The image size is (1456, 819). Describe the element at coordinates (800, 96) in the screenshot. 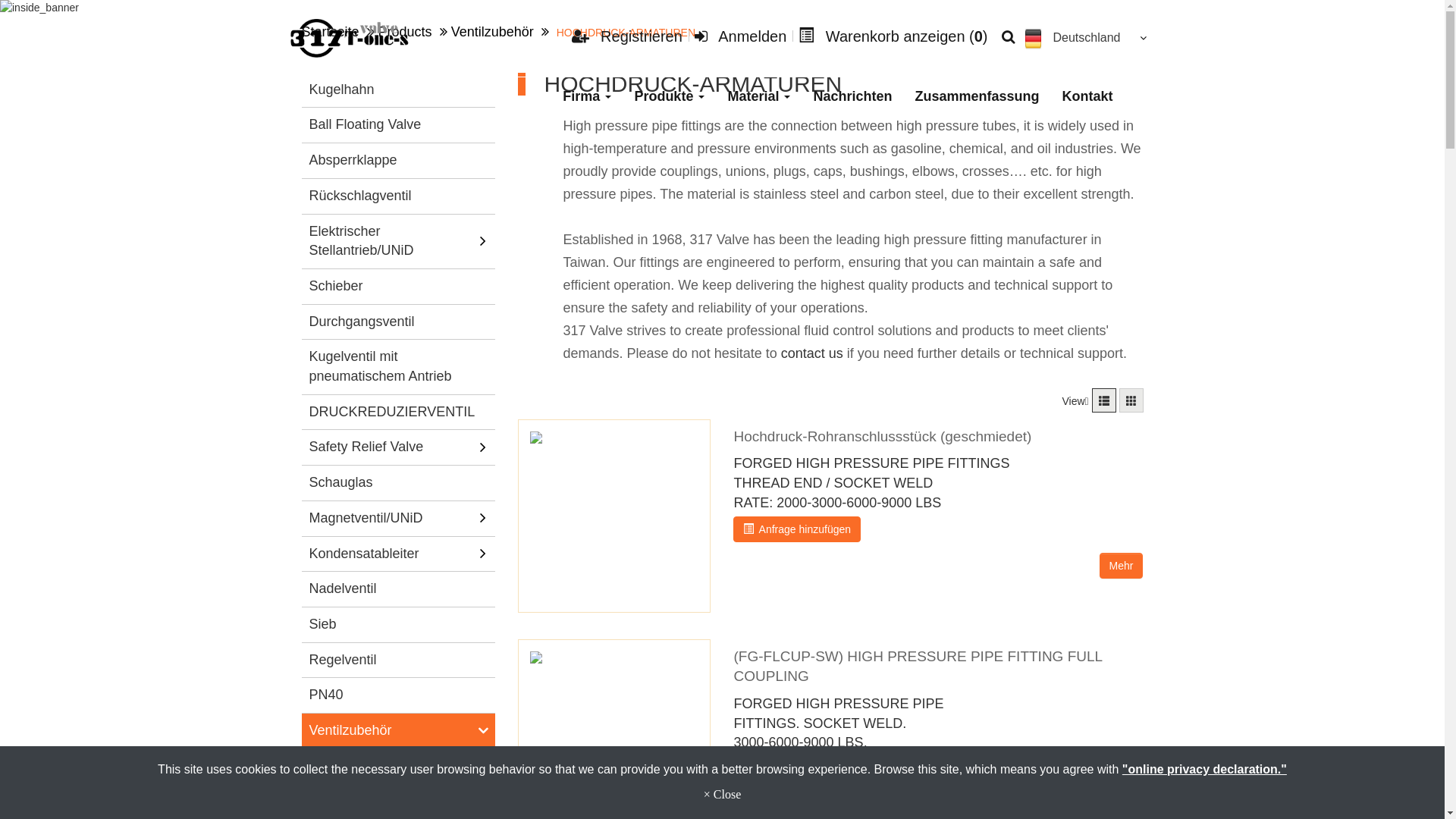

I see `'Nachrichten'` at that location.